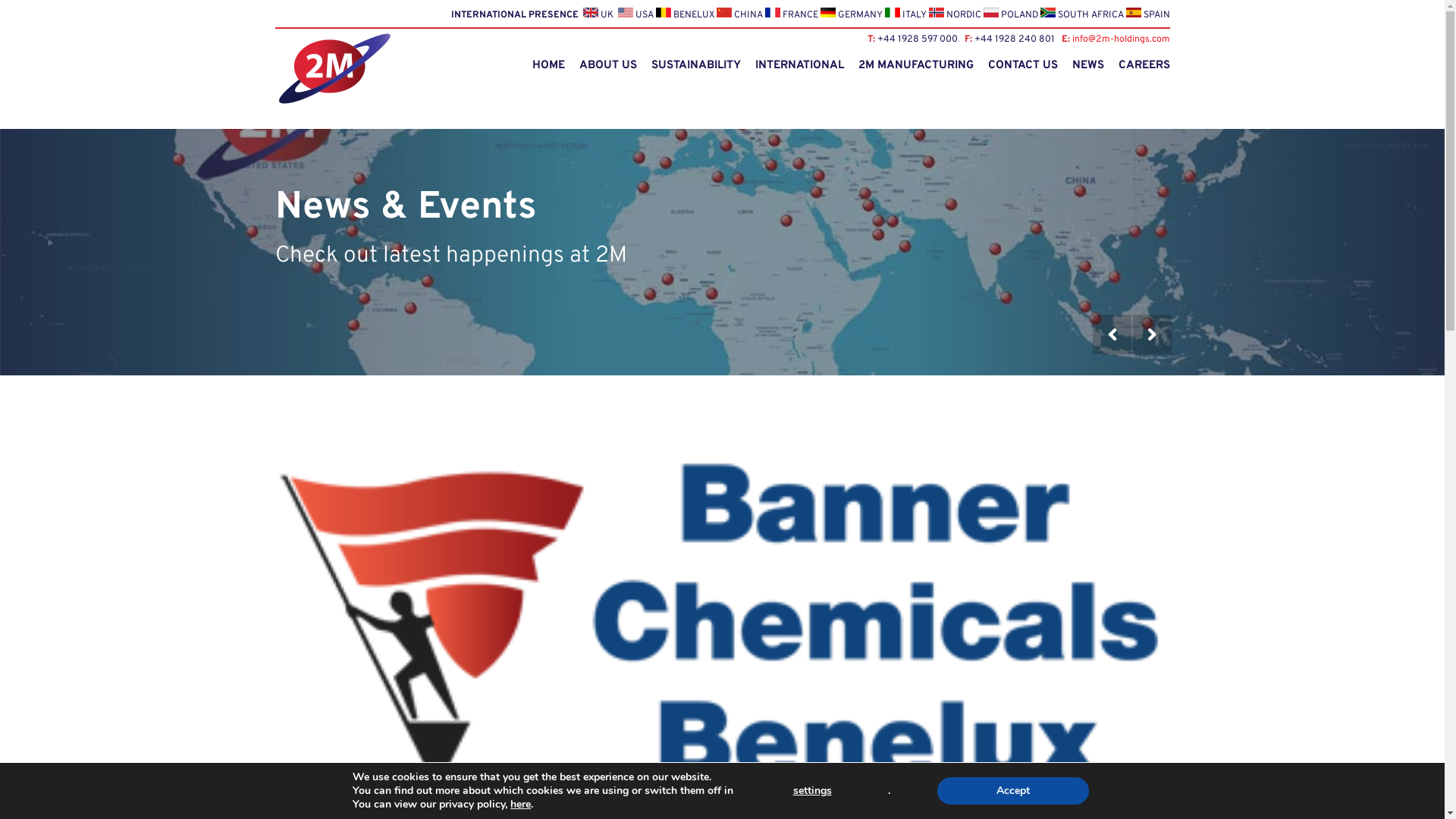 The width and height of the screenshot is (1456, 819). What do you see at coordinates (1022, 64) in the screenshot?
I see `'CONTACT US'` at bounding box center [1022, 64].